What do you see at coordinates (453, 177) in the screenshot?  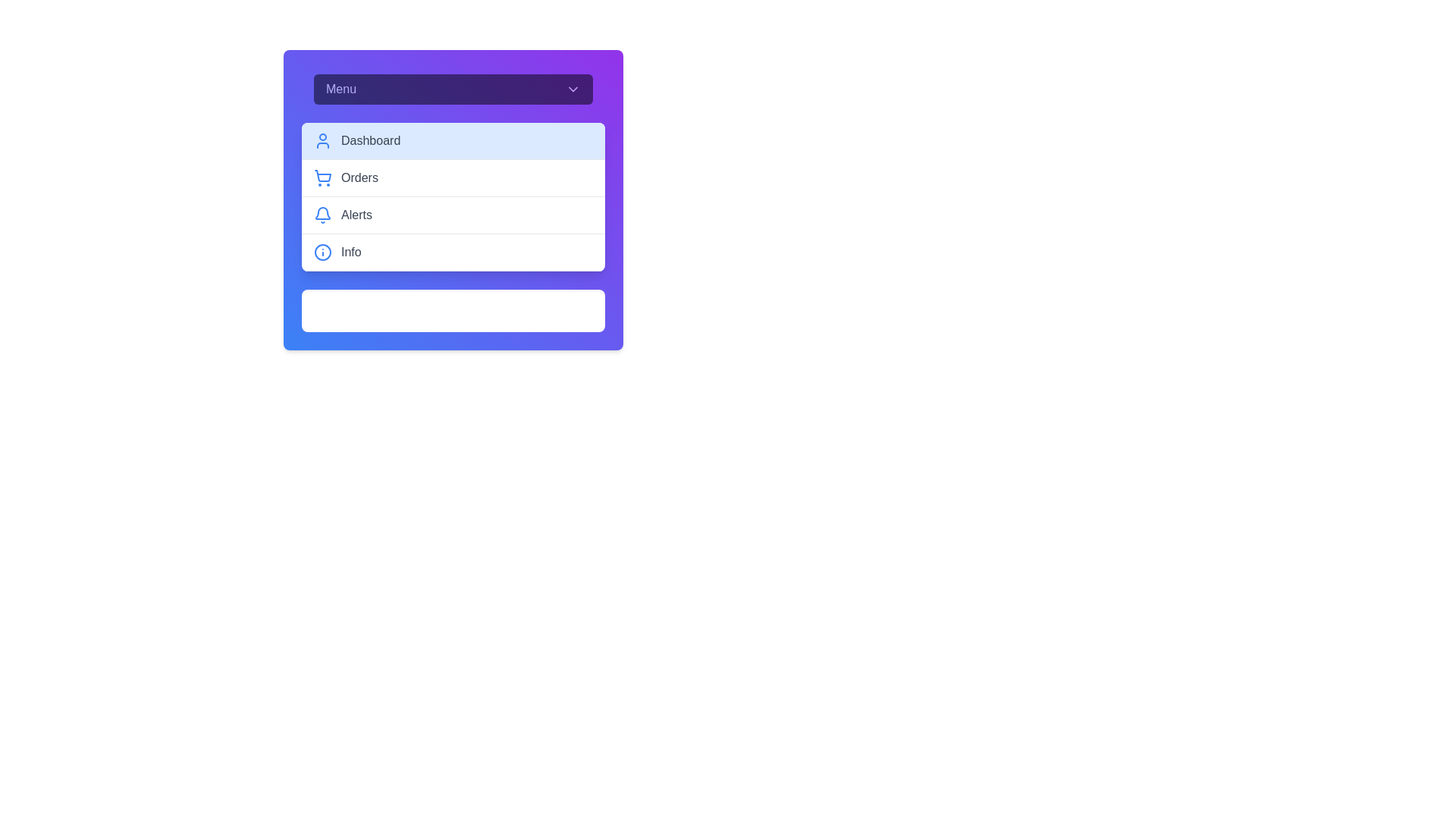 I see `the 'Orders' selectable menu item, which is the second item in a vertical menu` at bounding box center [453, 177].